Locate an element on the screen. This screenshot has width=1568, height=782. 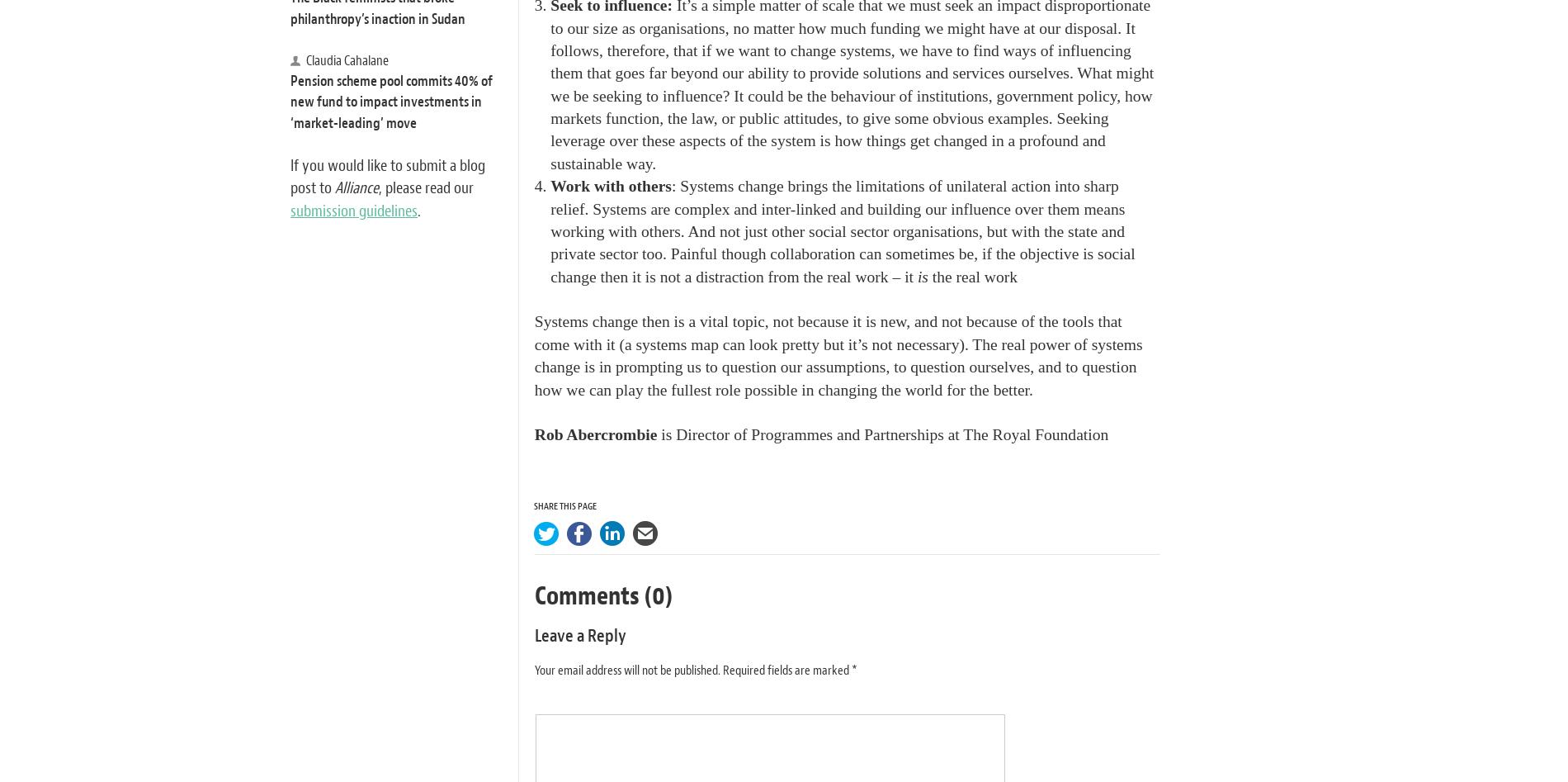
'.' is located at coordinates (419, 210).